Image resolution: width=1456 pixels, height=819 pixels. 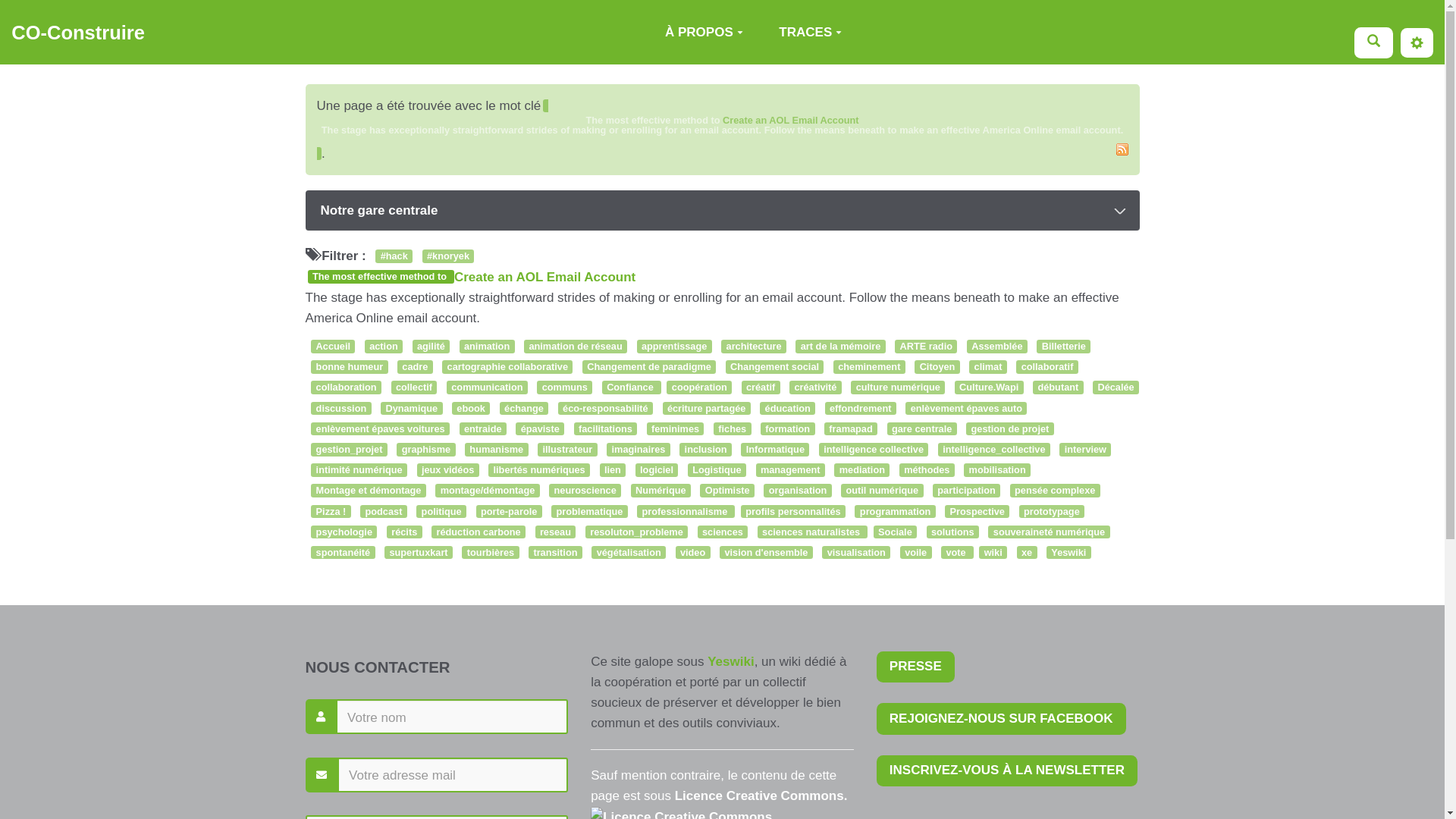 I want to click on 'entraide', so click(x=482, y=429).